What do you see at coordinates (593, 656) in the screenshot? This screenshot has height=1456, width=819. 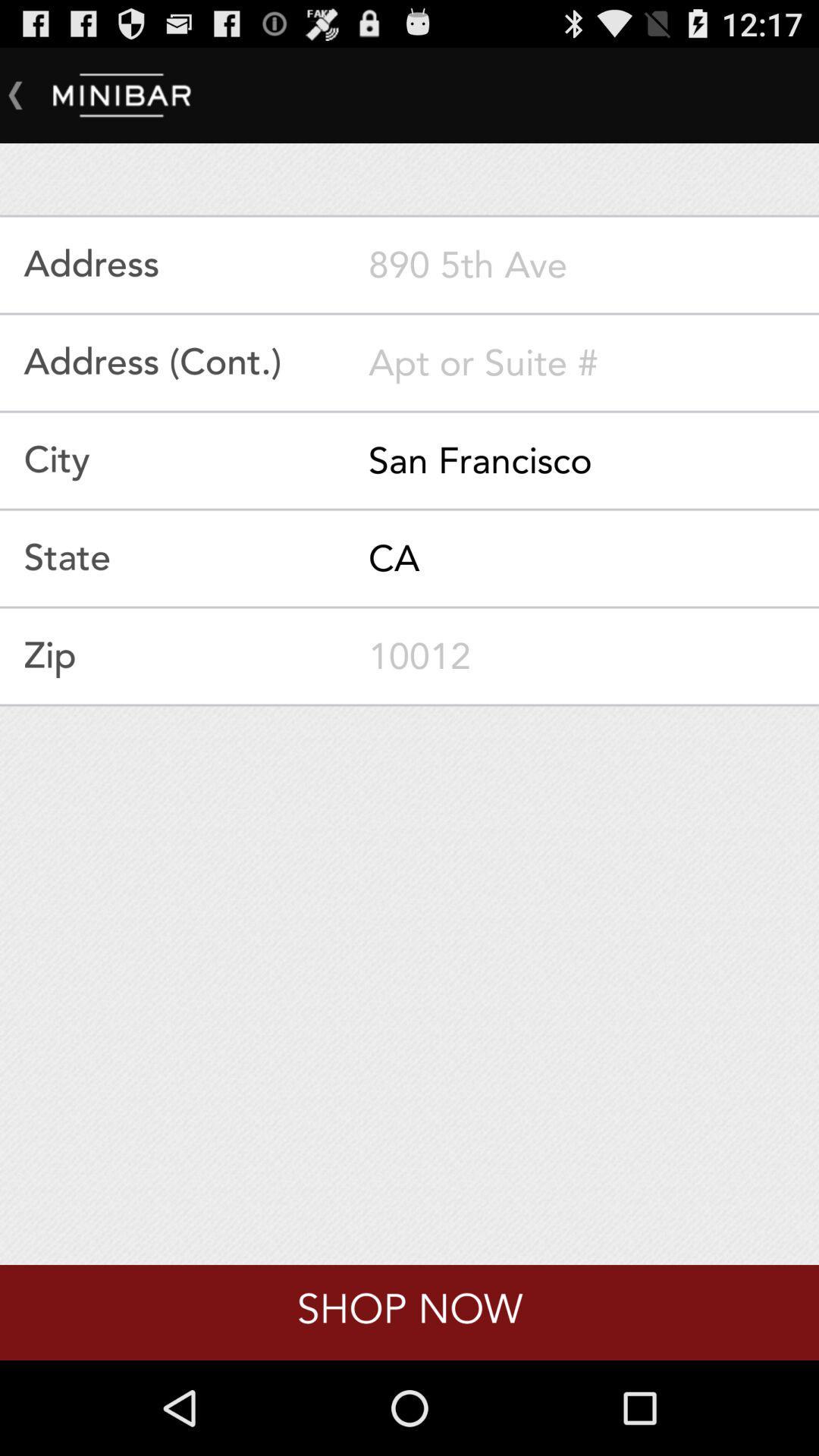 I see `your zipcode` at bounding box center [593, 656].